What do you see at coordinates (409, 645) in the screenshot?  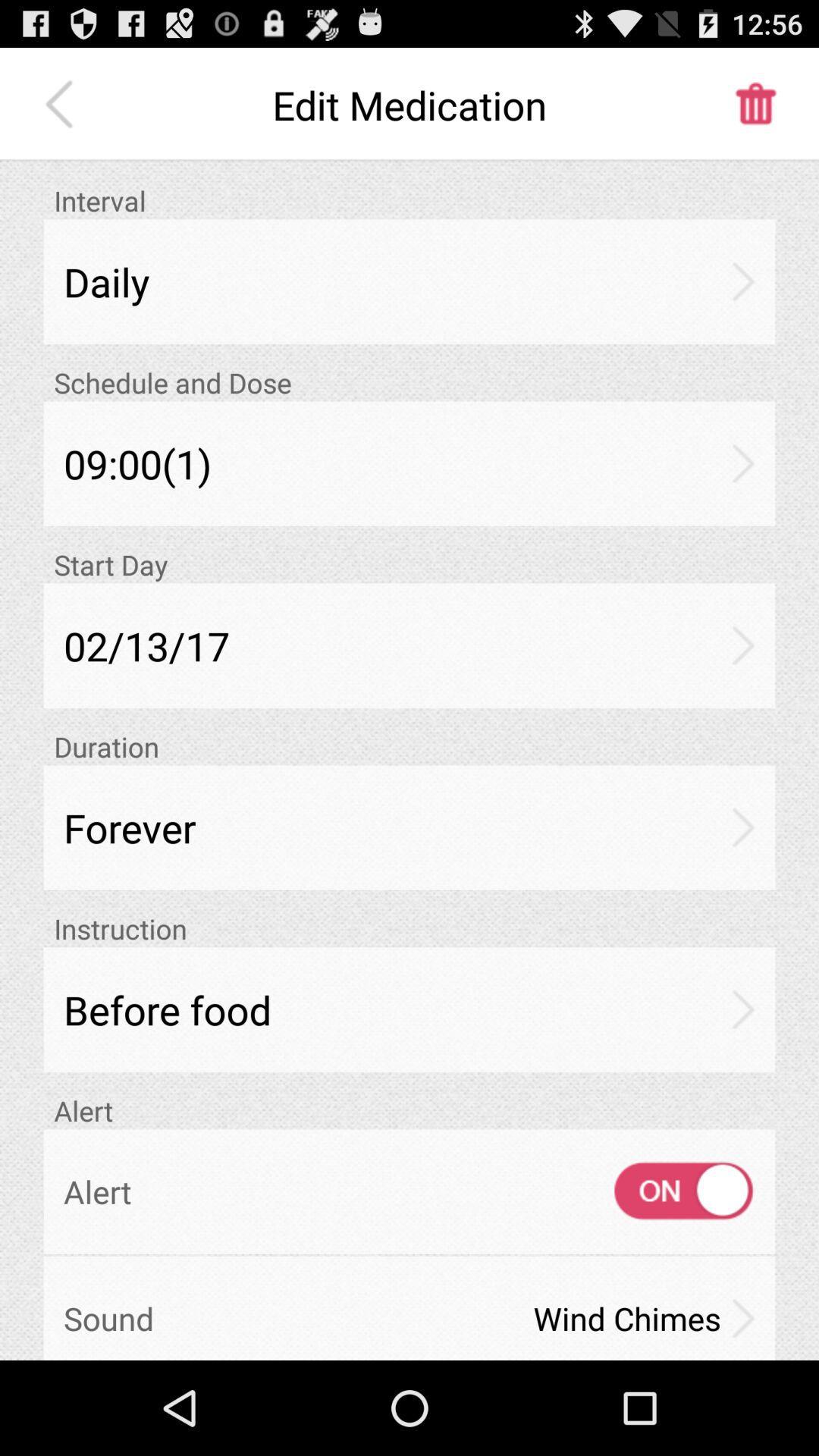 I see `02/13/17 app` at bounding box center [409, 645].